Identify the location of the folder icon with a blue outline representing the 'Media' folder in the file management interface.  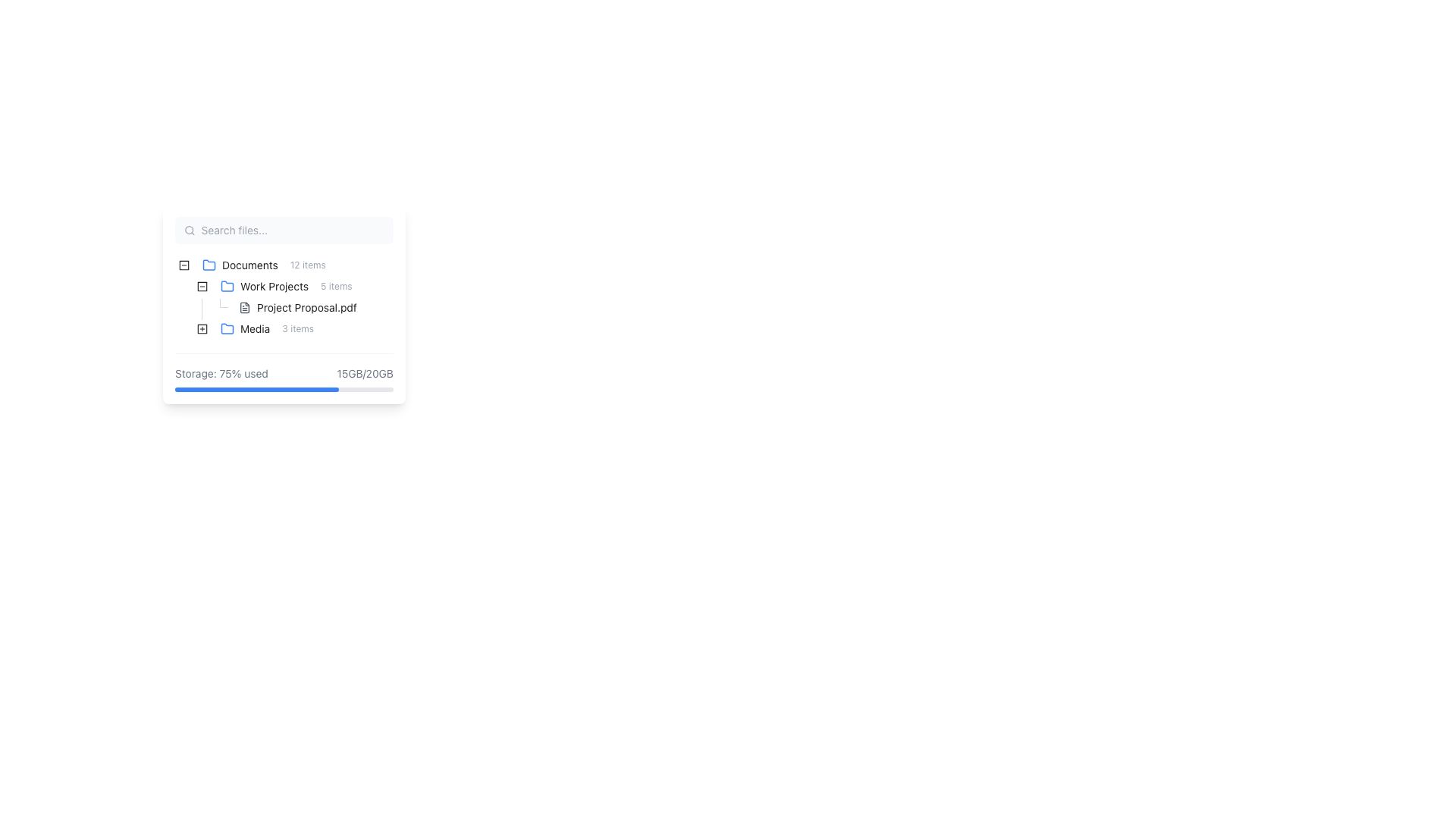
(226, 327).